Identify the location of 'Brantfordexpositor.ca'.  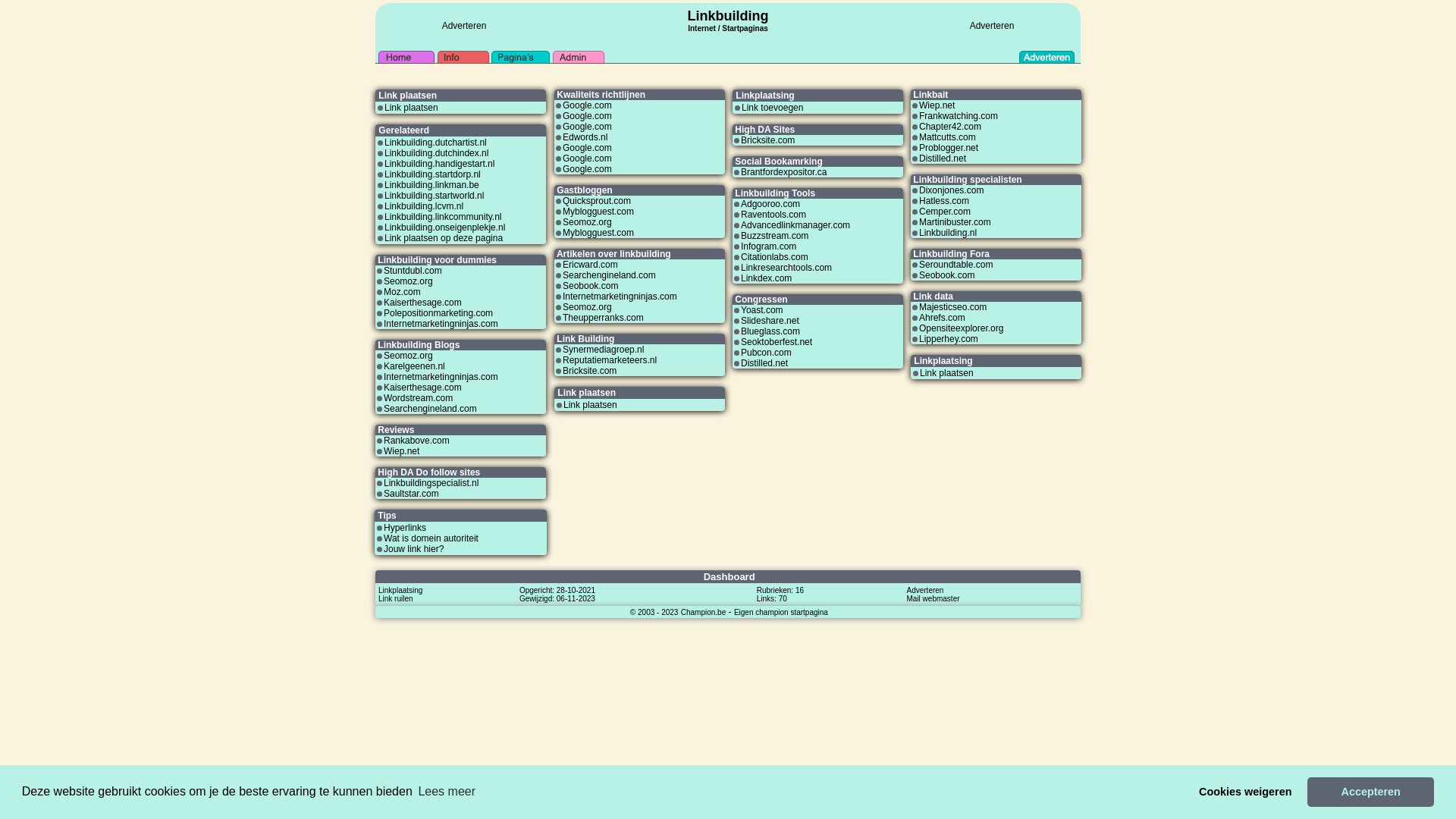
(741, 171).